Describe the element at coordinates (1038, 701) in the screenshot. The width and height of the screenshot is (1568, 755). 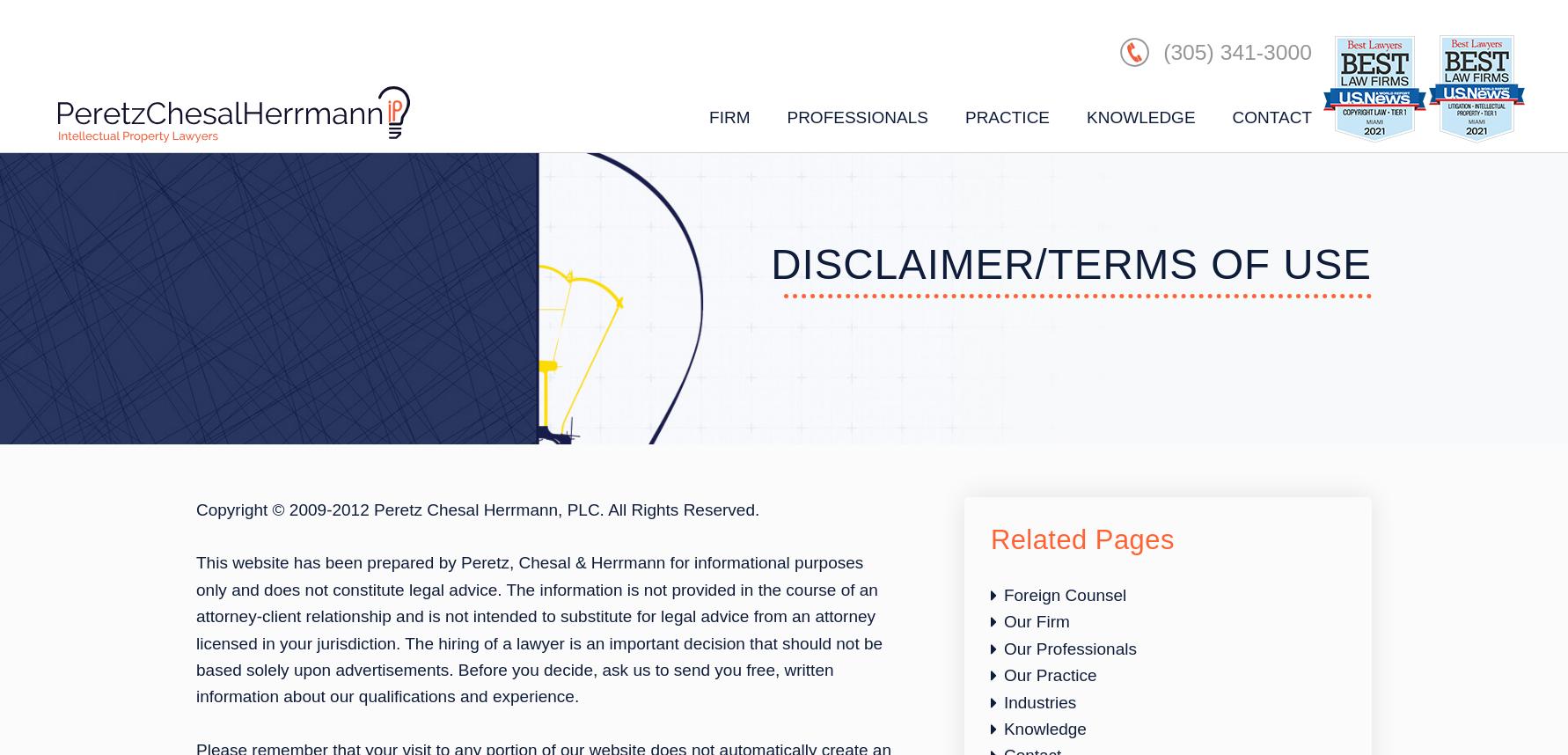
I see `'Industries'` at that location.